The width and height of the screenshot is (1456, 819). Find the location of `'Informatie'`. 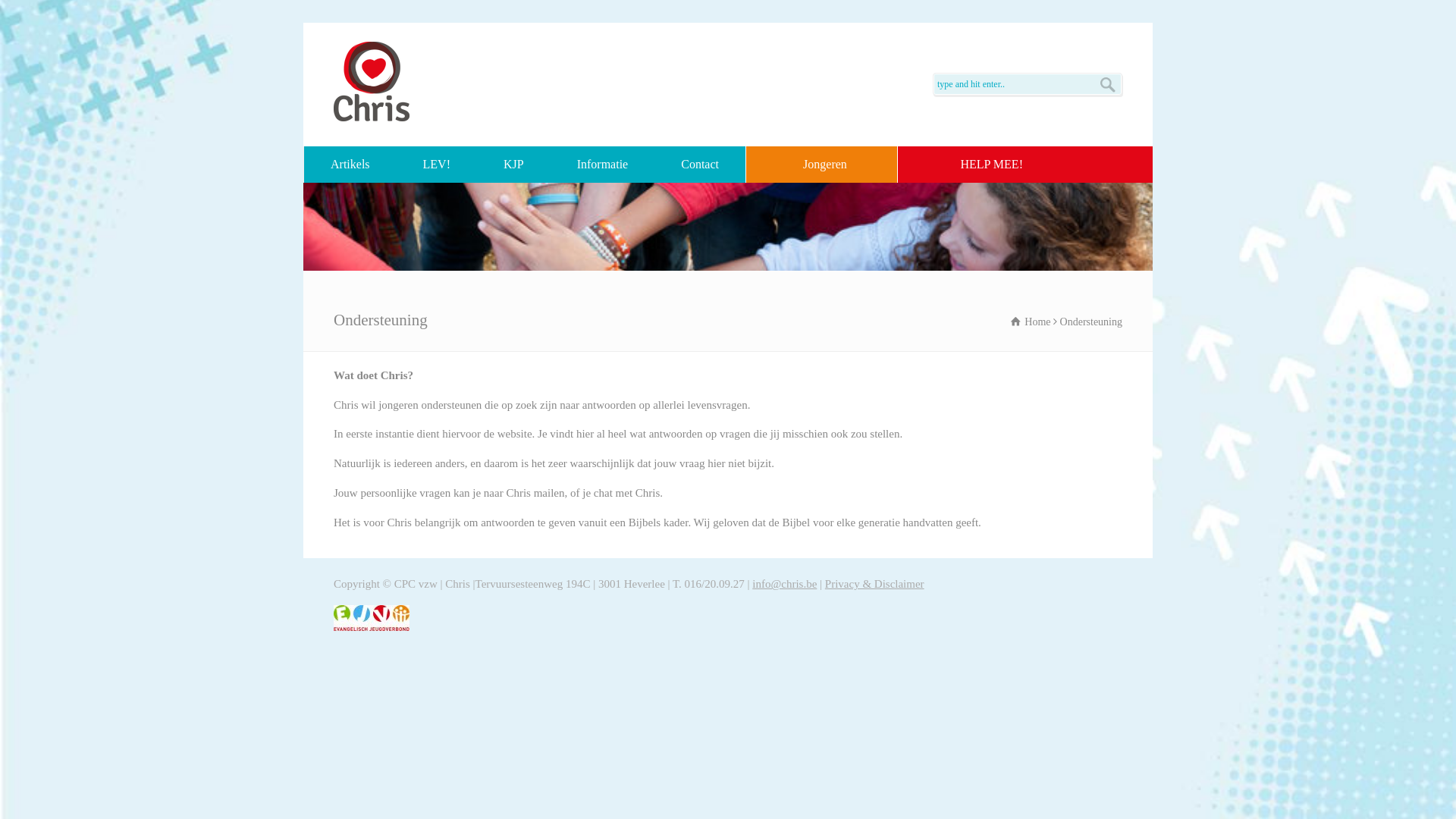

'Informatie' is located at coordinates (549, 164).